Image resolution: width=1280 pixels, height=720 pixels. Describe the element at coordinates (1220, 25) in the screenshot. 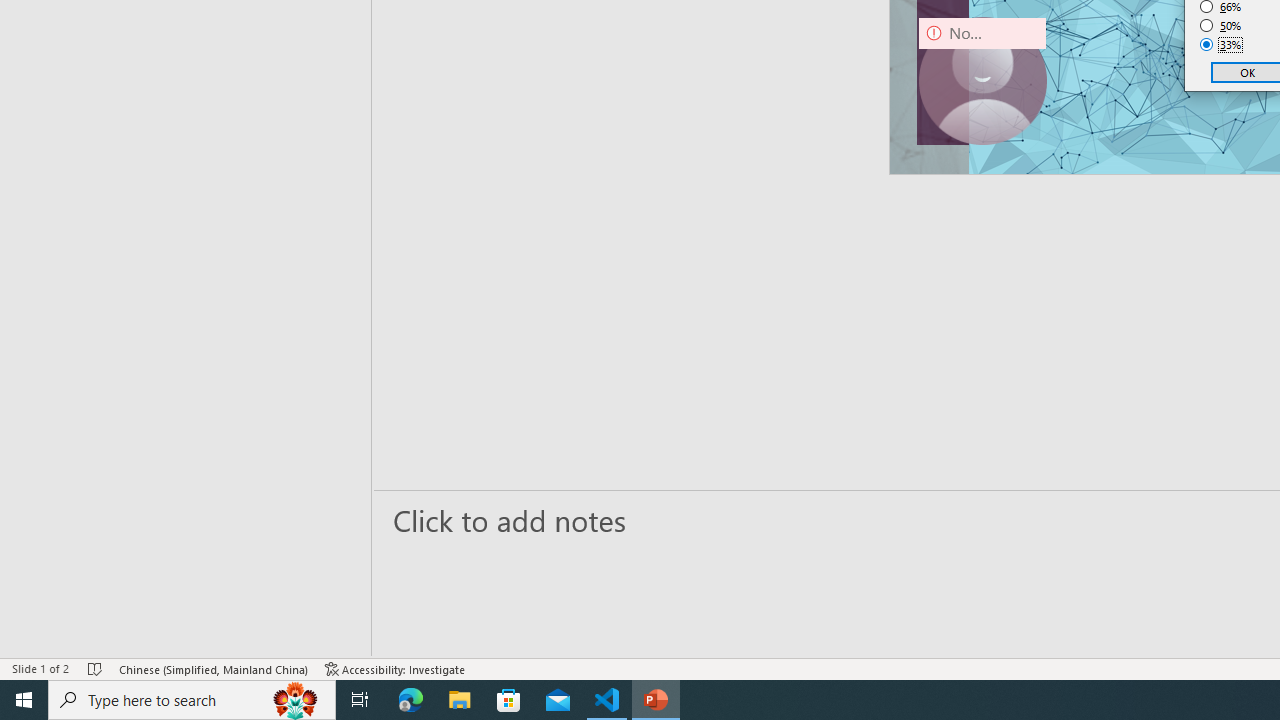

I see `'50%'` at that location.